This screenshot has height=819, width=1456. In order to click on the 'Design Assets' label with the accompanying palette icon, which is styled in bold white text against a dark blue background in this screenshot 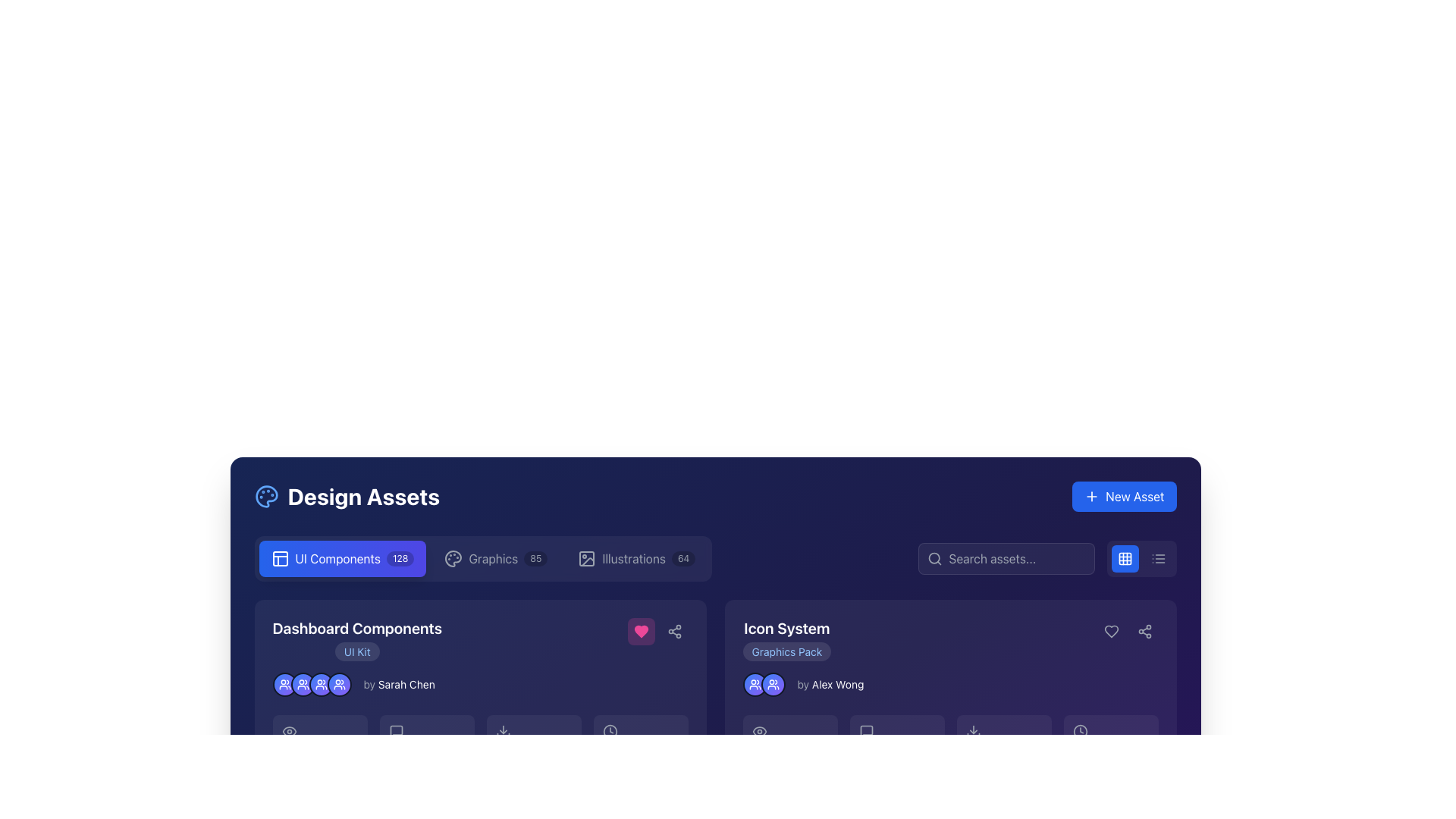, I will do `click(346, 497)`.